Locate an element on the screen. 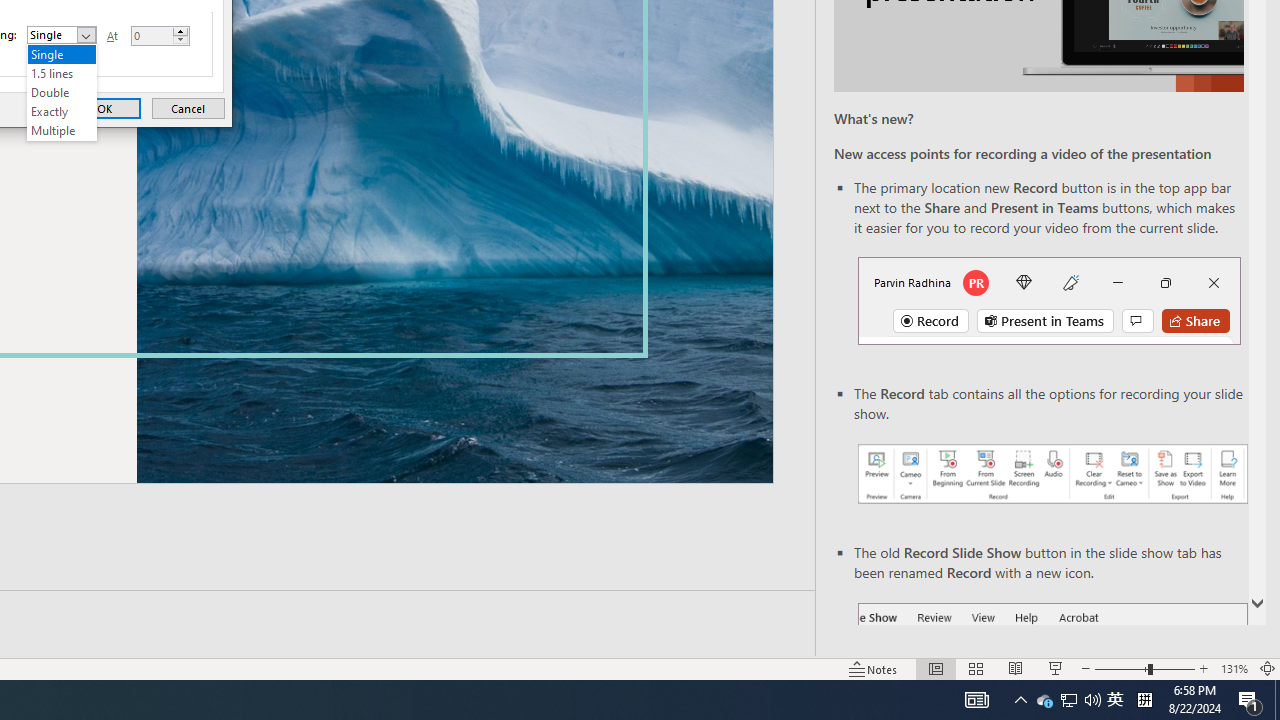 The image size is (1280, 720). 'At' is located at coordinates (160, 36).